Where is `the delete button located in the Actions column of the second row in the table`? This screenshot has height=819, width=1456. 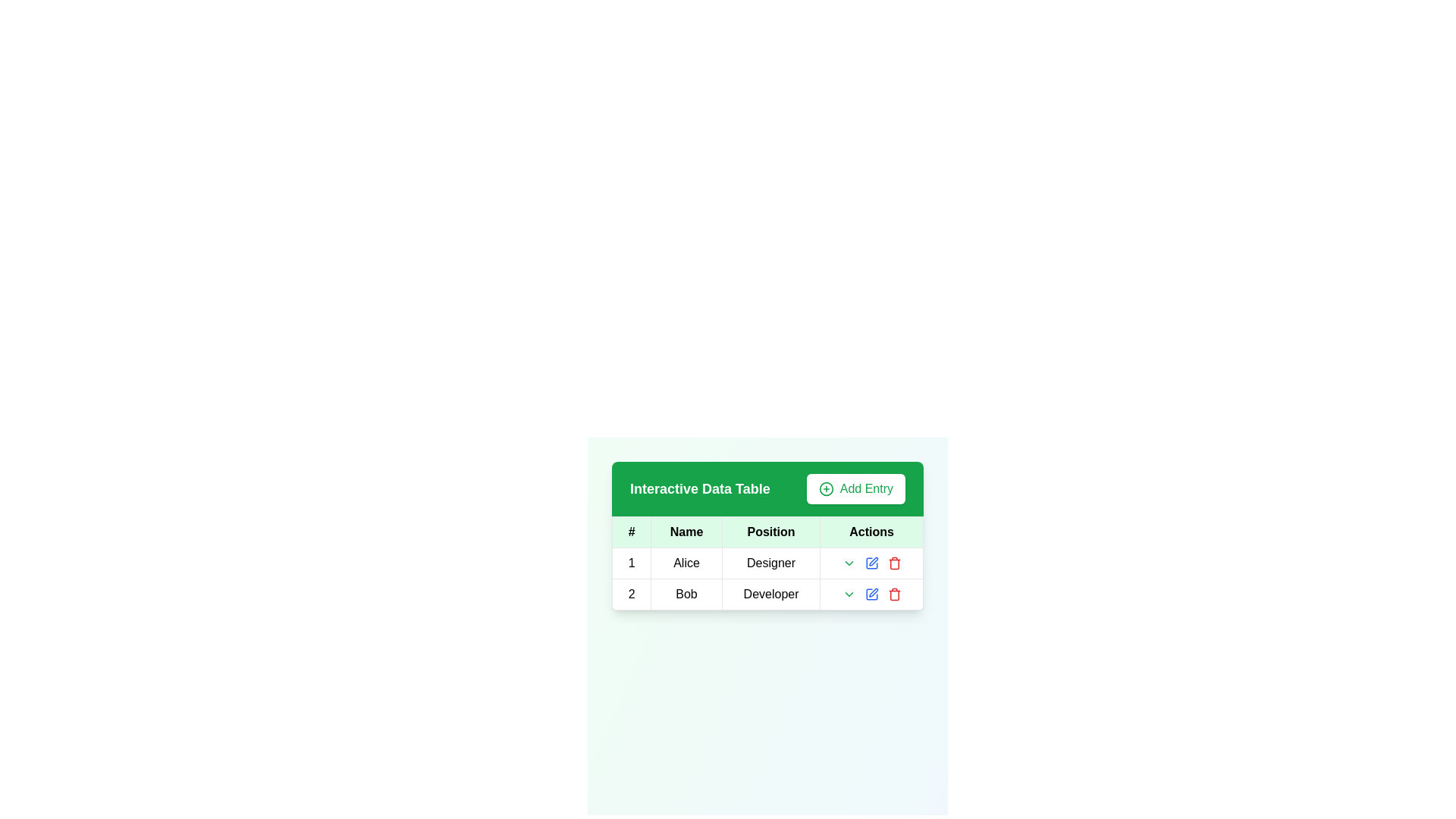 the delete button located in the Actions column of the second row in the table is located at coordinates (894, 593).